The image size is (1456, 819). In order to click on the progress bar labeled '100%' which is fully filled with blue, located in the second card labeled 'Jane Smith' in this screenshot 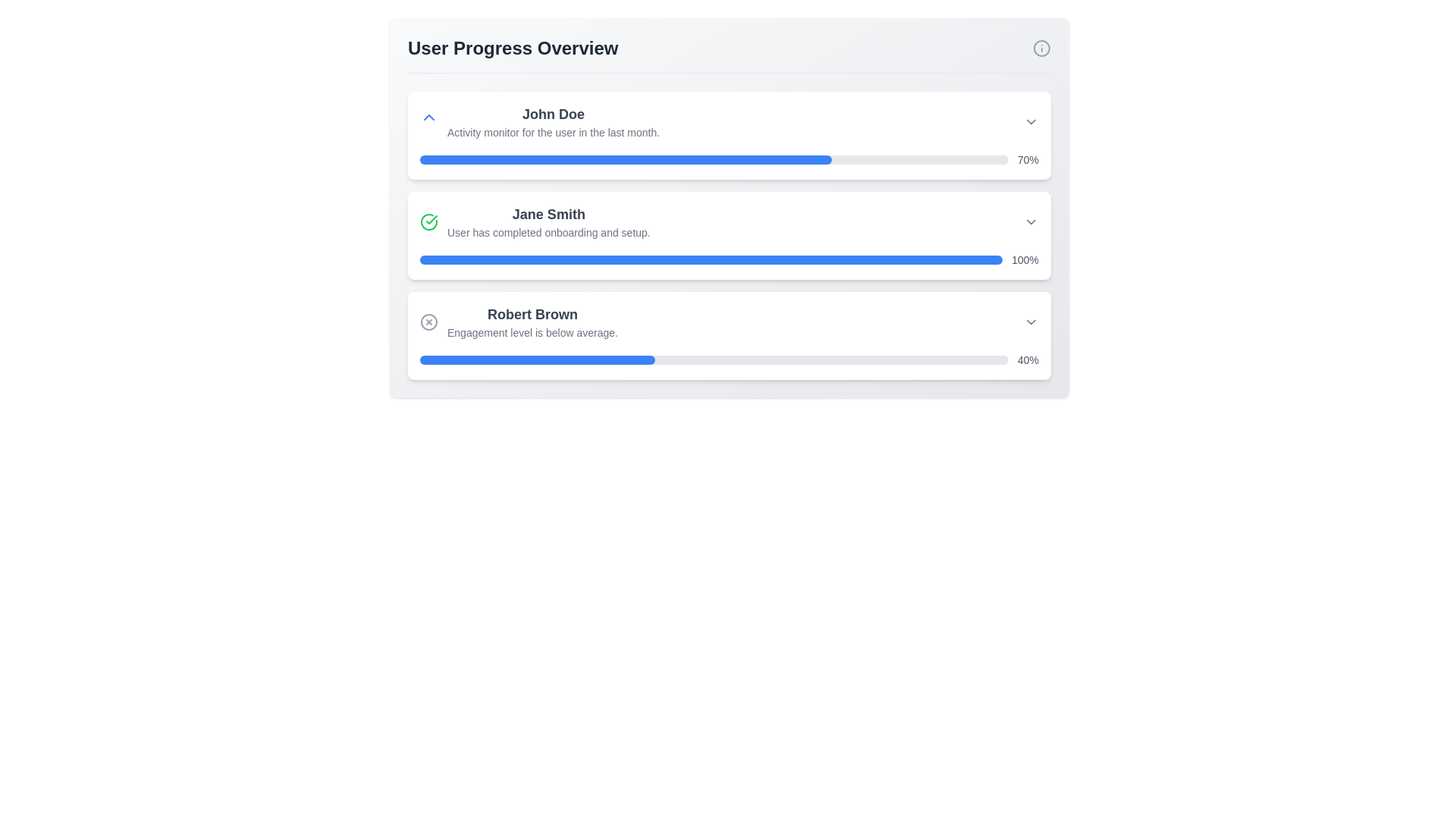, I will do `click(729, 259)`.